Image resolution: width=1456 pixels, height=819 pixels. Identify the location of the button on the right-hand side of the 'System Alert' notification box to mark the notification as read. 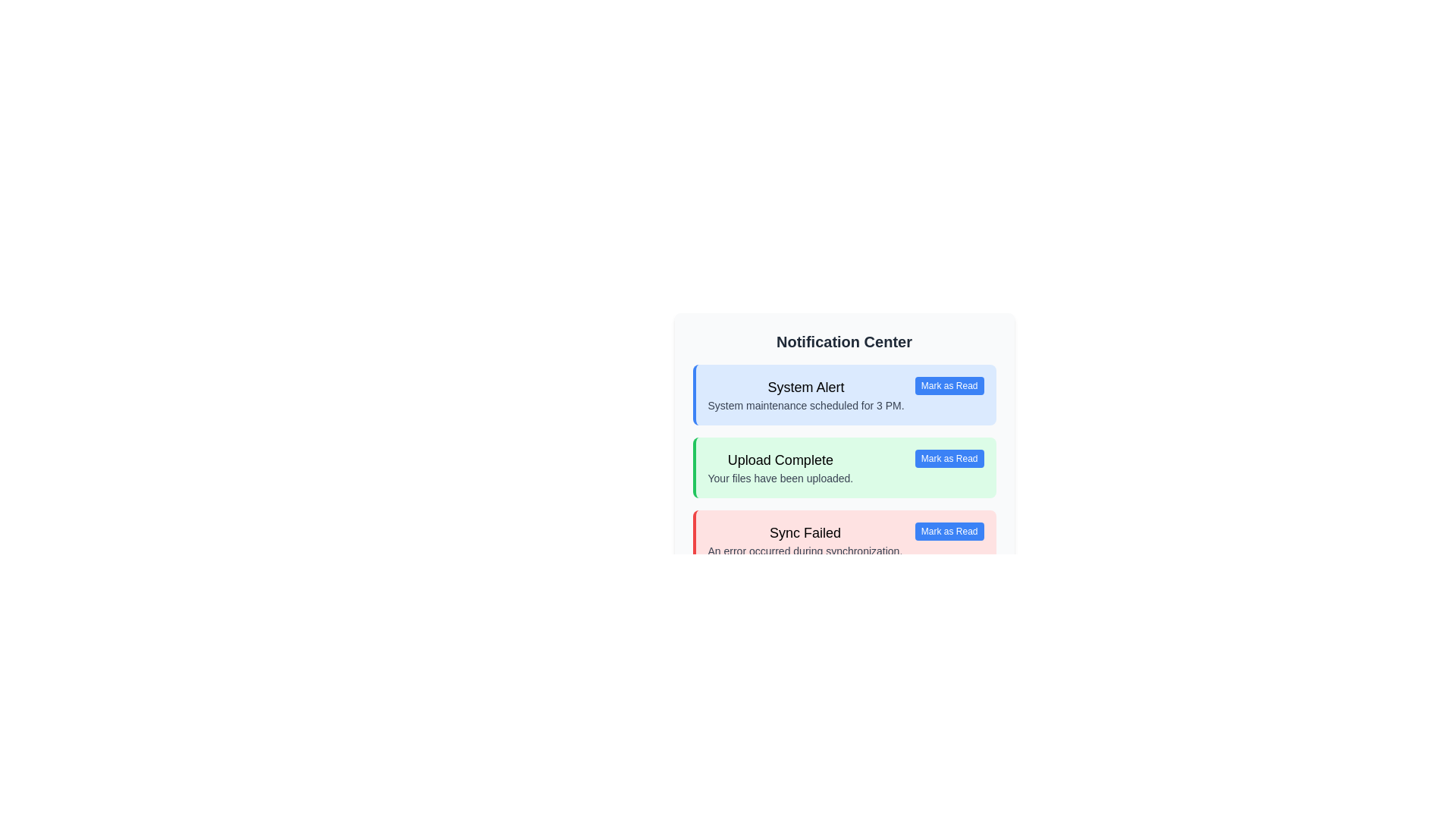
(949, 385).